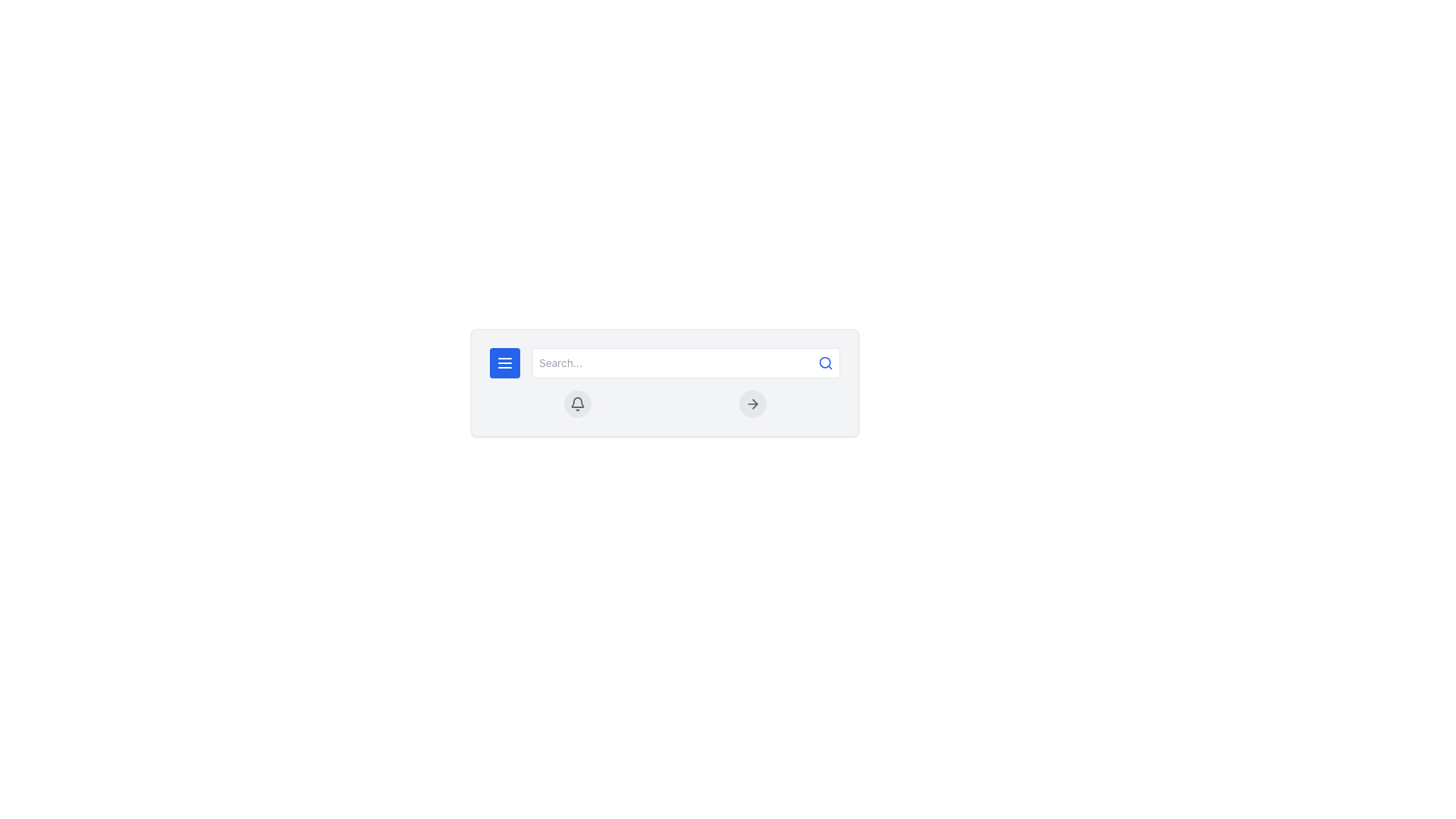  What do you see at coordinates (825, 362) in the screenshot?
I see `the blue search icon, styled as a magnifying glass, located at the far-right end of the search bar` at bounding box center [825, 362].